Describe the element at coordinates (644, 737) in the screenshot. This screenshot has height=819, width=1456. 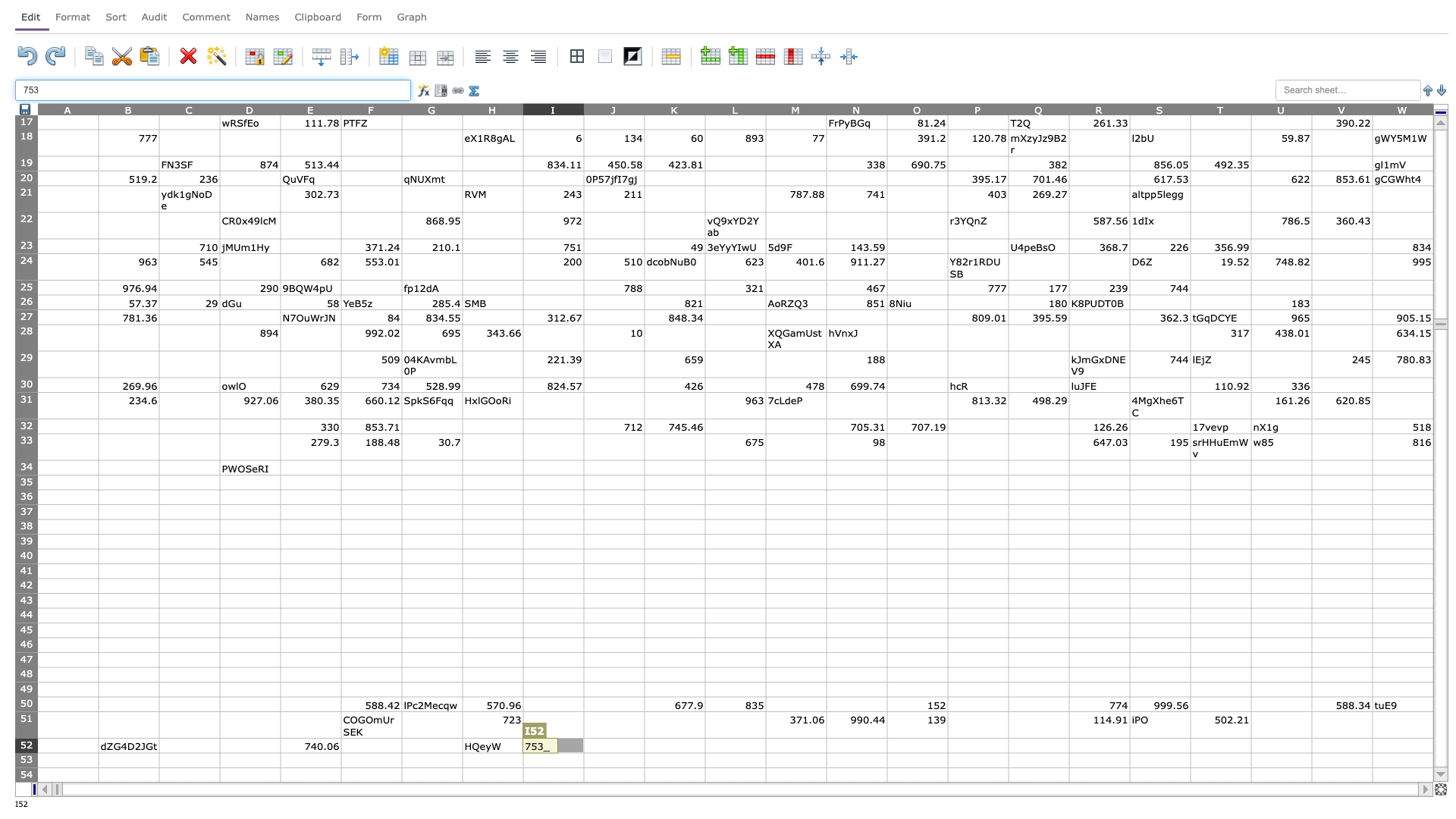
I see `Top left corner of K-52` at that location.